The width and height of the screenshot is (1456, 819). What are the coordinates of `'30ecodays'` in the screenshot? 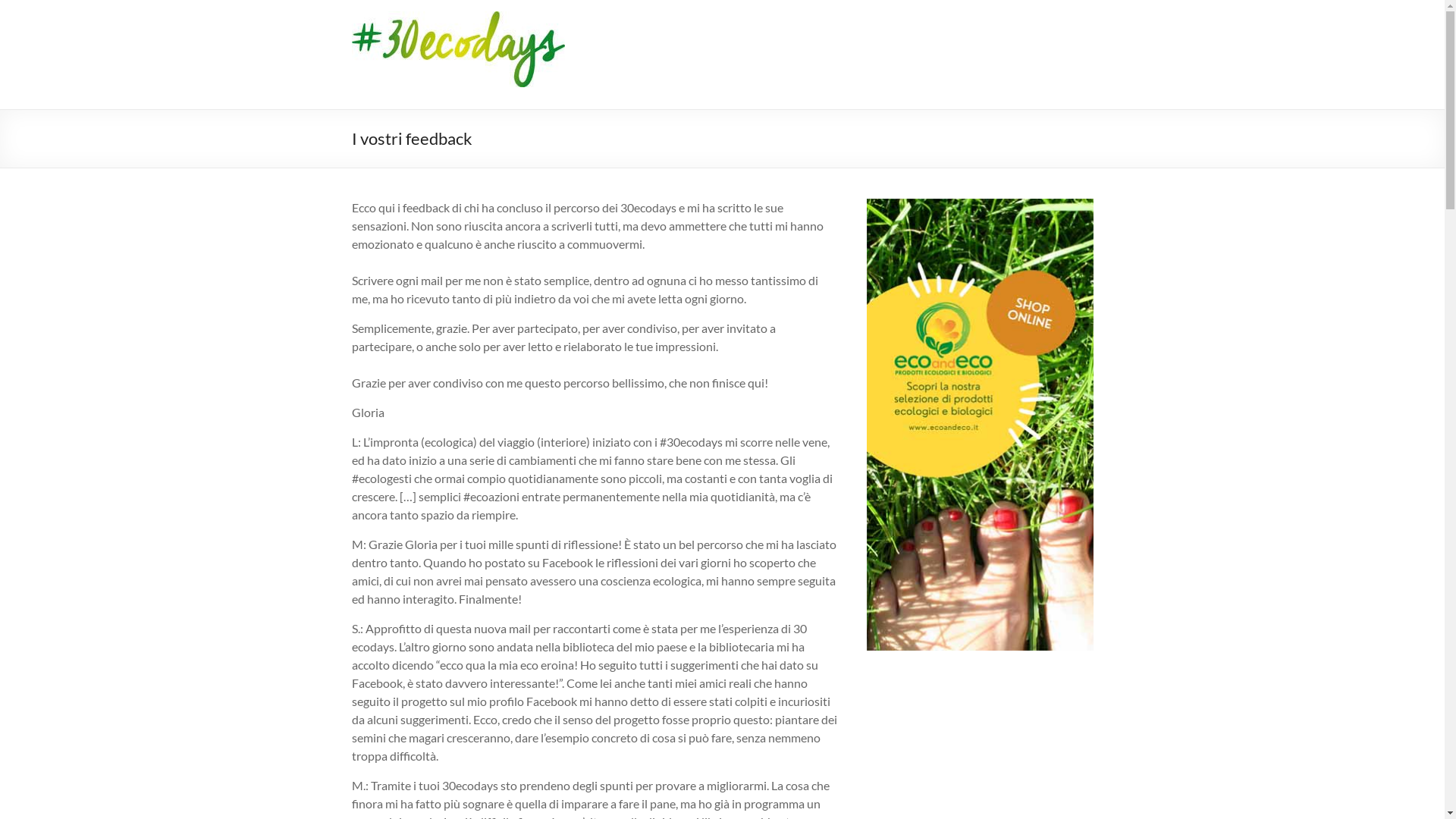 It's located at (414, 32).